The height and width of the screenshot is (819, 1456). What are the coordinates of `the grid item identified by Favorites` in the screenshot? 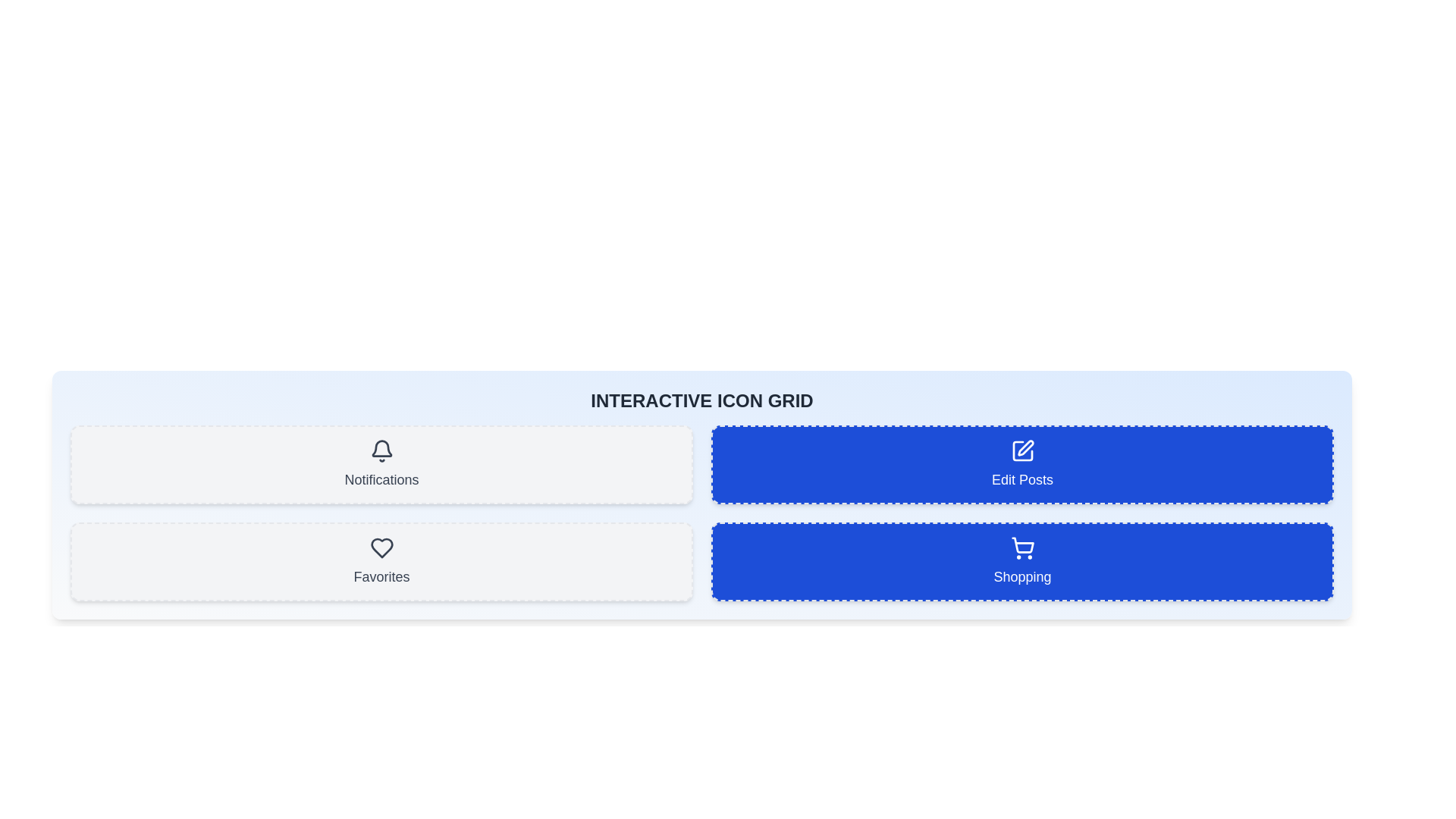 It's located at (381, 561).